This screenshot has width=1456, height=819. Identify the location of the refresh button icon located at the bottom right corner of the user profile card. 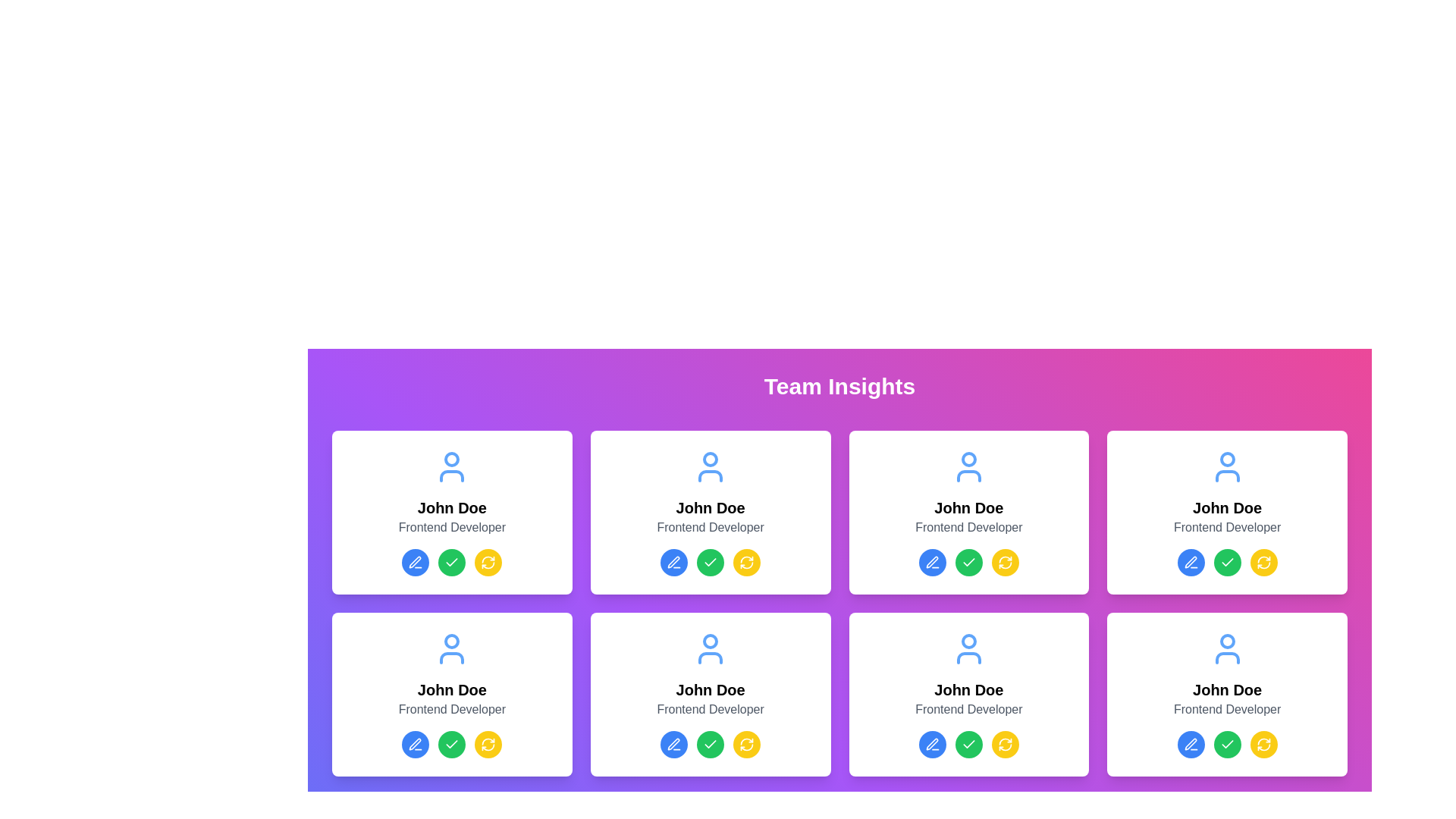
(1263, 562).